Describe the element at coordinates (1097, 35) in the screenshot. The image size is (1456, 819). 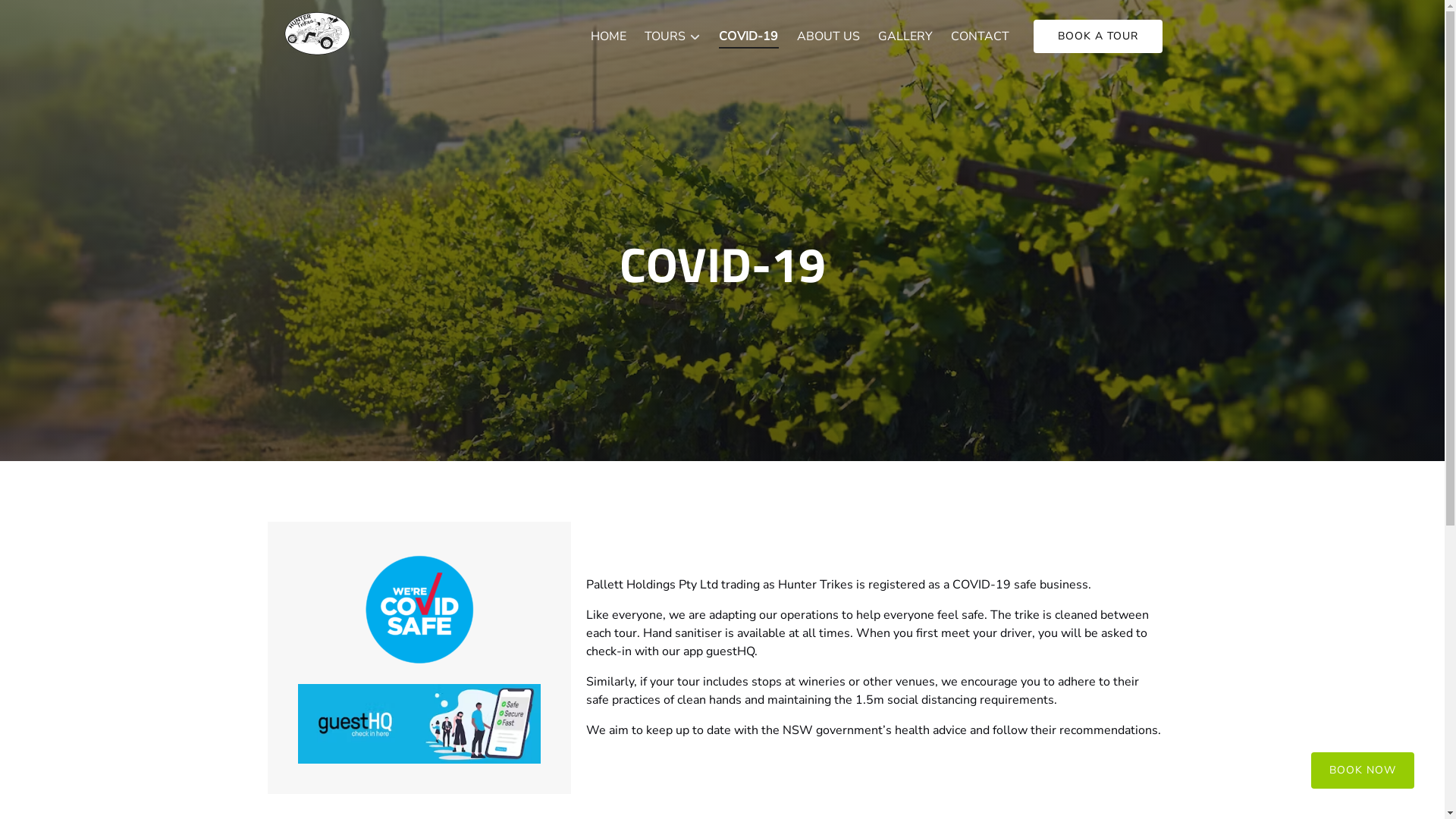
I see `'BOOK A TOUR'` at that location.